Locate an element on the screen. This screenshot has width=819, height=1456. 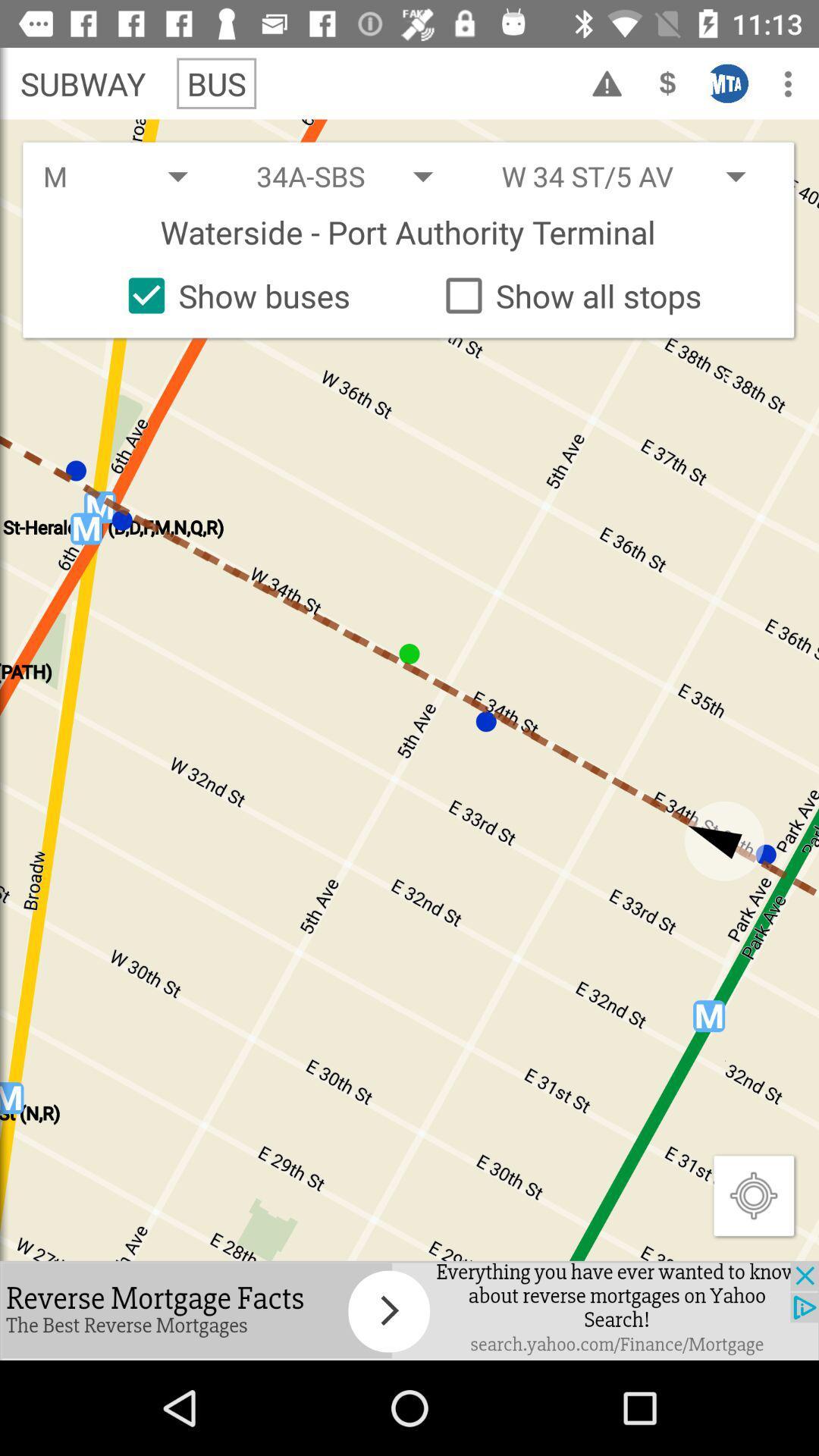
the option which is right to show buses is located at coordinates (567, 295).